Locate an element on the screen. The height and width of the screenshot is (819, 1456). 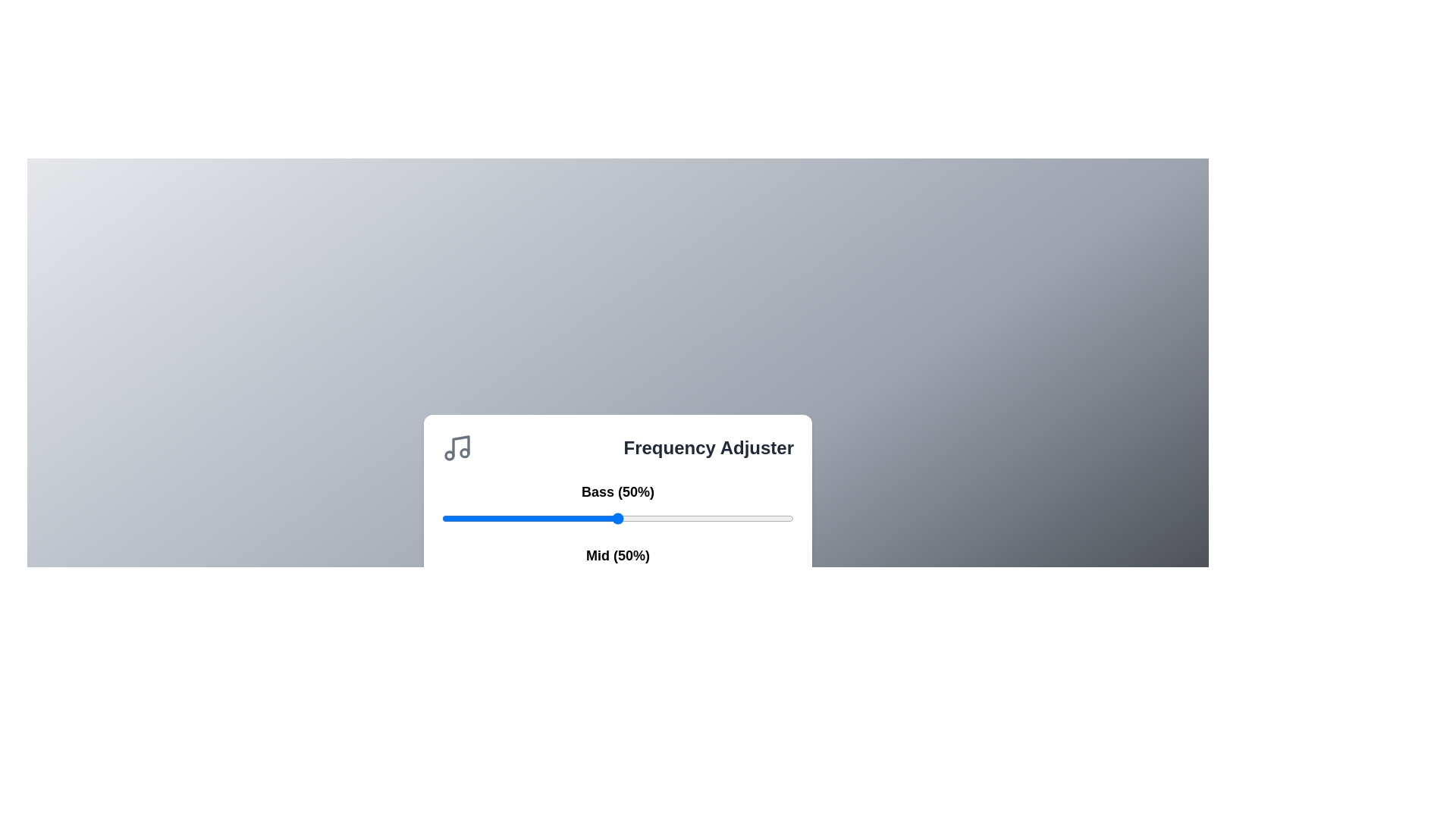
the 0 slider to 33% is located at coordinates (734, 517).